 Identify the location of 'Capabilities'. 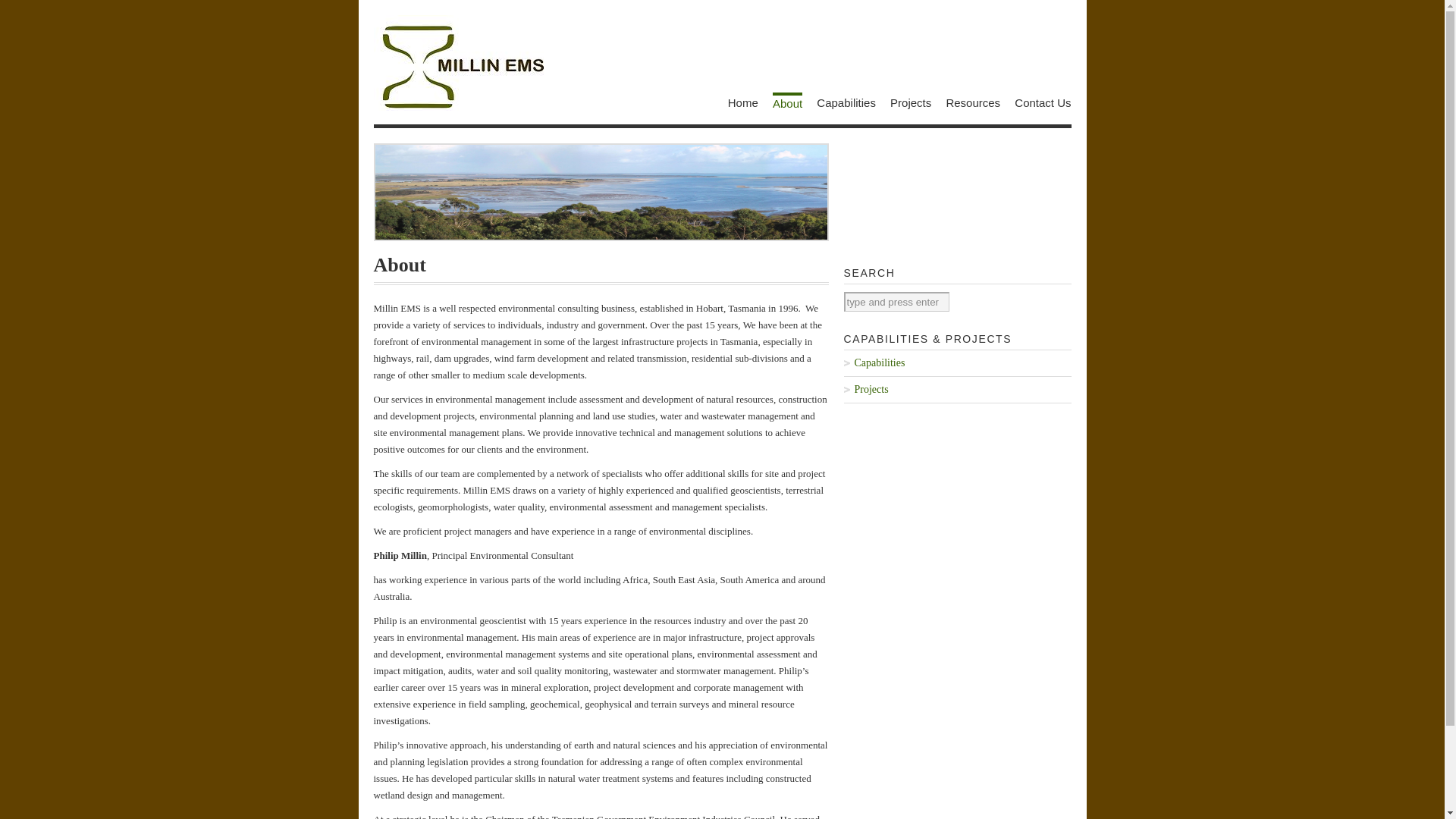
(843, 362).